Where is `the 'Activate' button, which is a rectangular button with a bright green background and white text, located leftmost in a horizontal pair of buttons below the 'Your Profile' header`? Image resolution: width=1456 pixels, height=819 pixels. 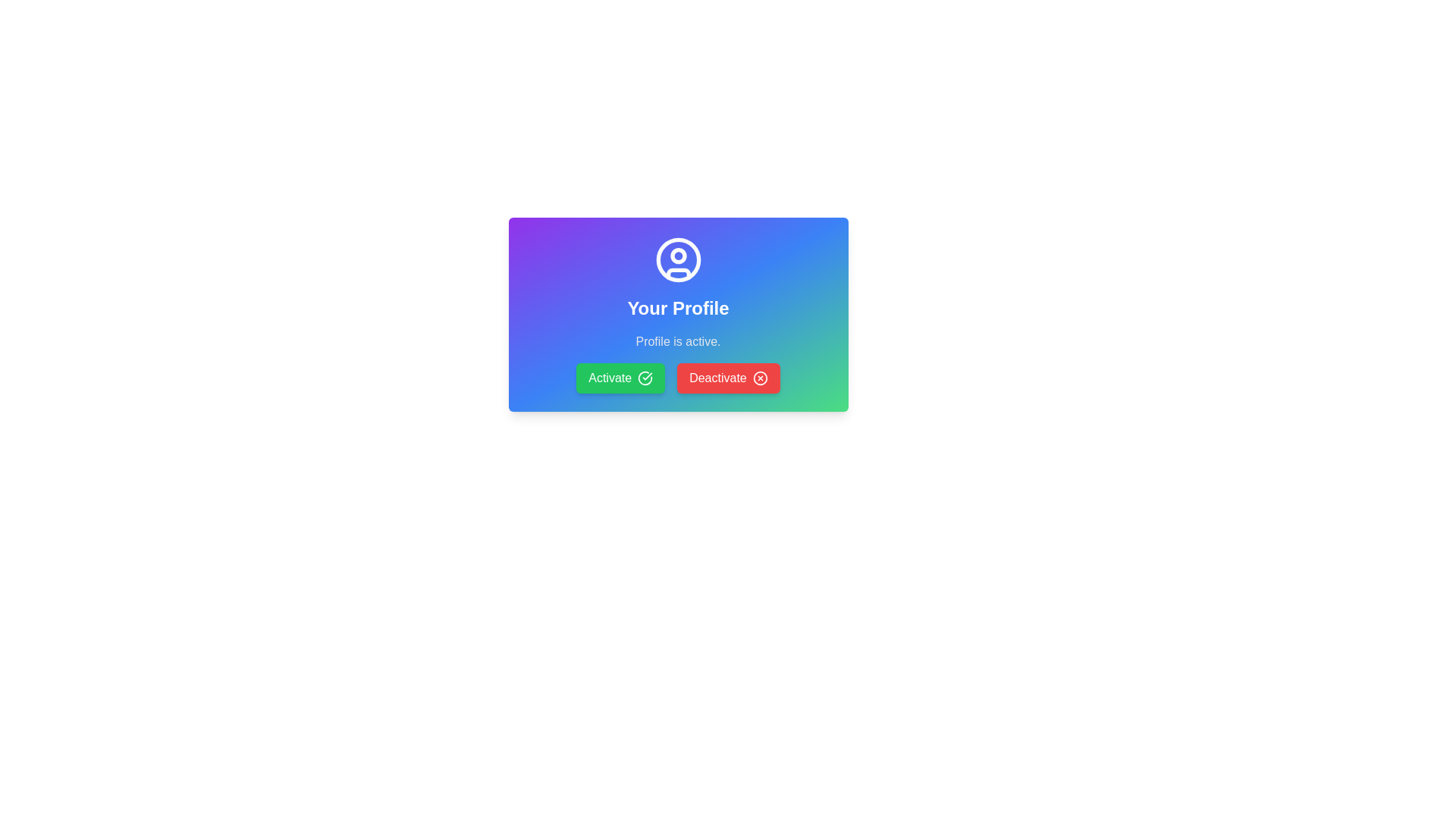
the 'Activate' button, which is a rectangular button with a bright green background and white text, located leftmost in a horizontal pair of buttons below the 'Your Profile' header is located at coordinates (620, 377).